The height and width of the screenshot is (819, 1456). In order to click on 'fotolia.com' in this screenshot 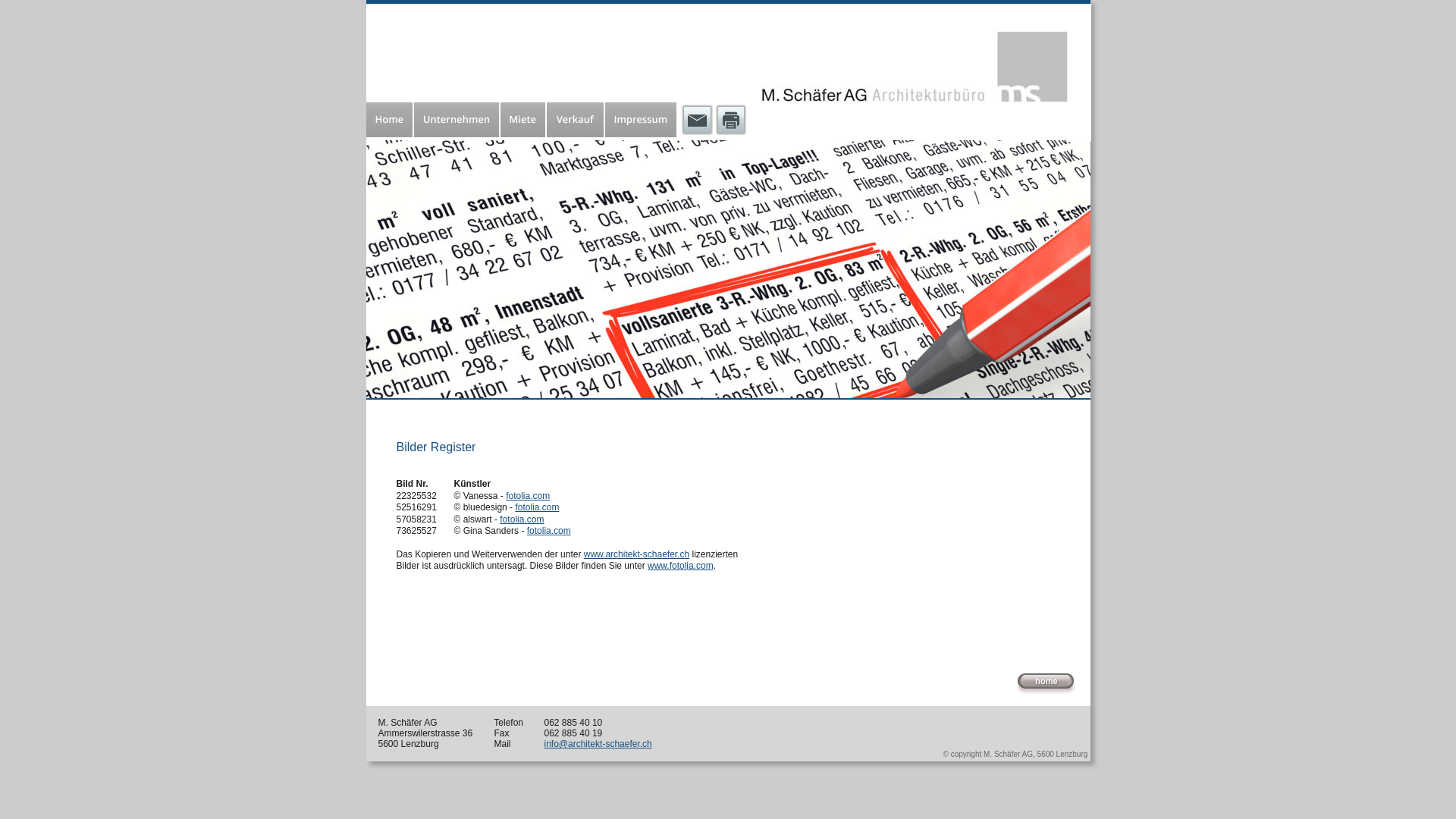, I will do `click(528, 496)`.